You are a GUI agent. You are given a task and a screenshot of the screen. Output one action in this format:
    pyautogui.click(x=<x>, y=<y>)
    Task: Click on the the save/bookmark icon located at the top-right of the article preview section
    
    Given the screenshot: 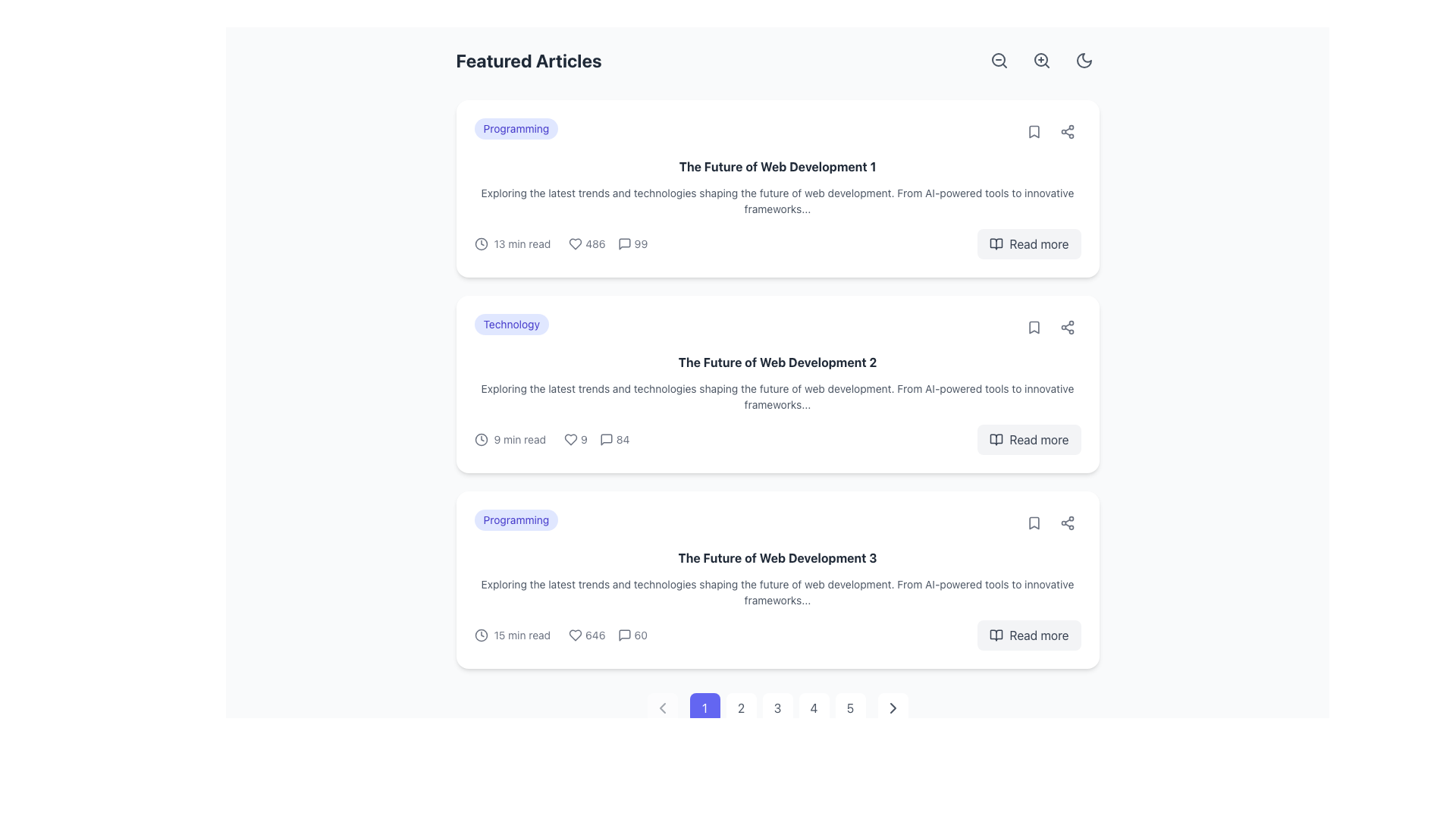 What is the action you would take?
    pyautogui.click(x=1033, y=130)
    